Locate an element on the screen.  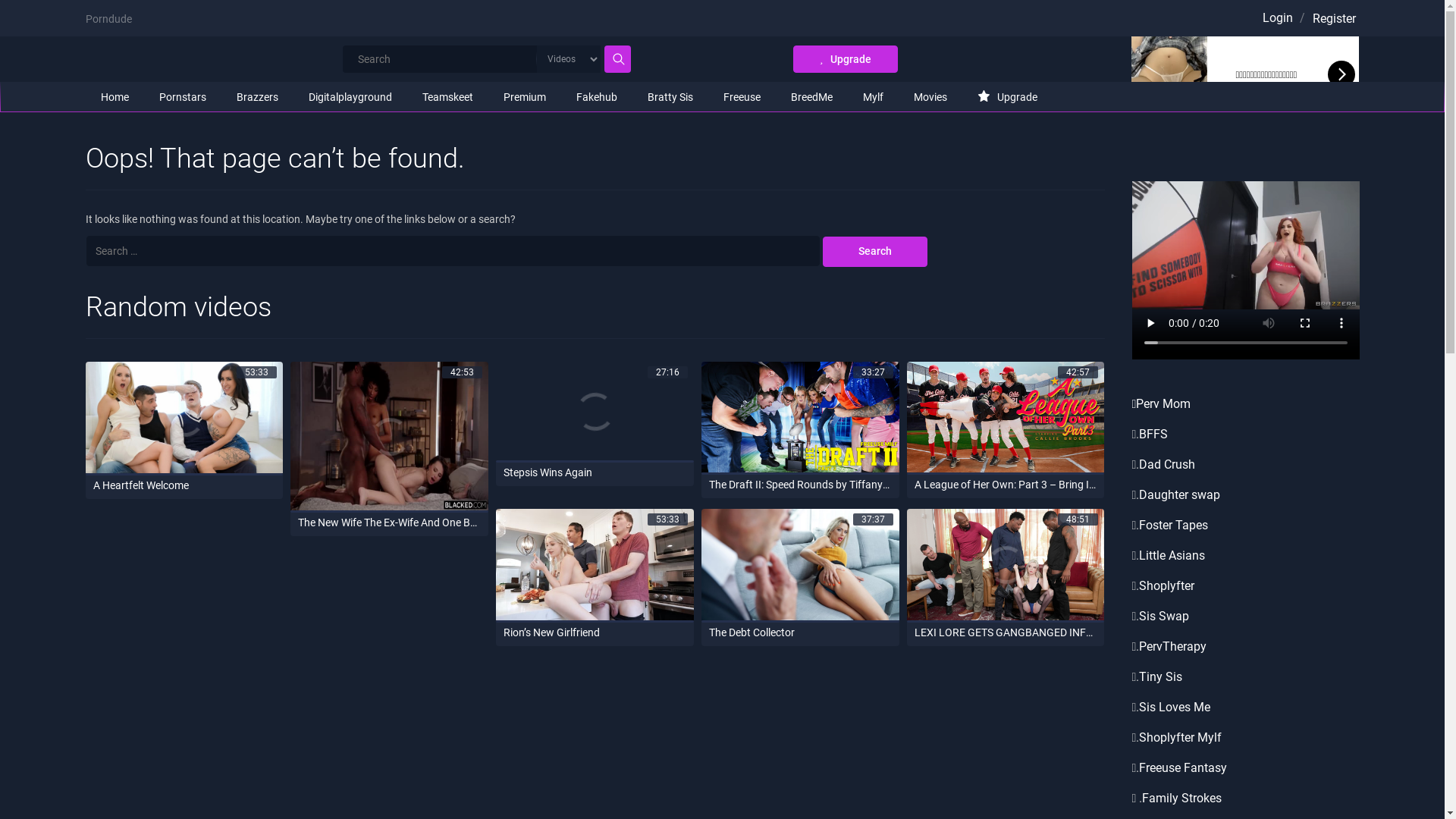
'Teamskeet' is located at coordinates (446, 96).